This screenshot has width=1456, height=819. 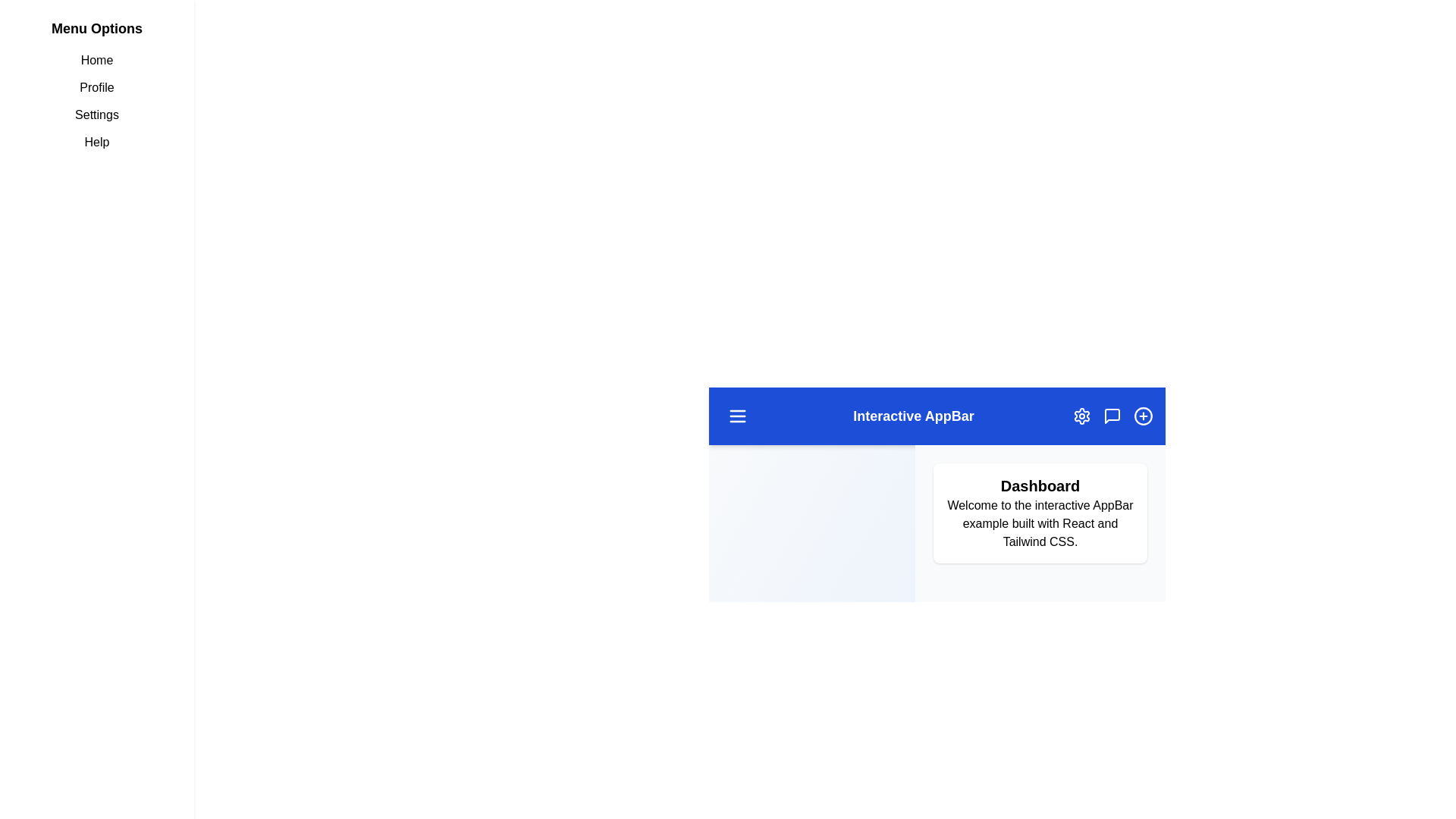 What do you see at coordinates (738, 416) in the screenshot?
I see `menu button to toggle the sidebar visibility` at bounding box center [738, 416].